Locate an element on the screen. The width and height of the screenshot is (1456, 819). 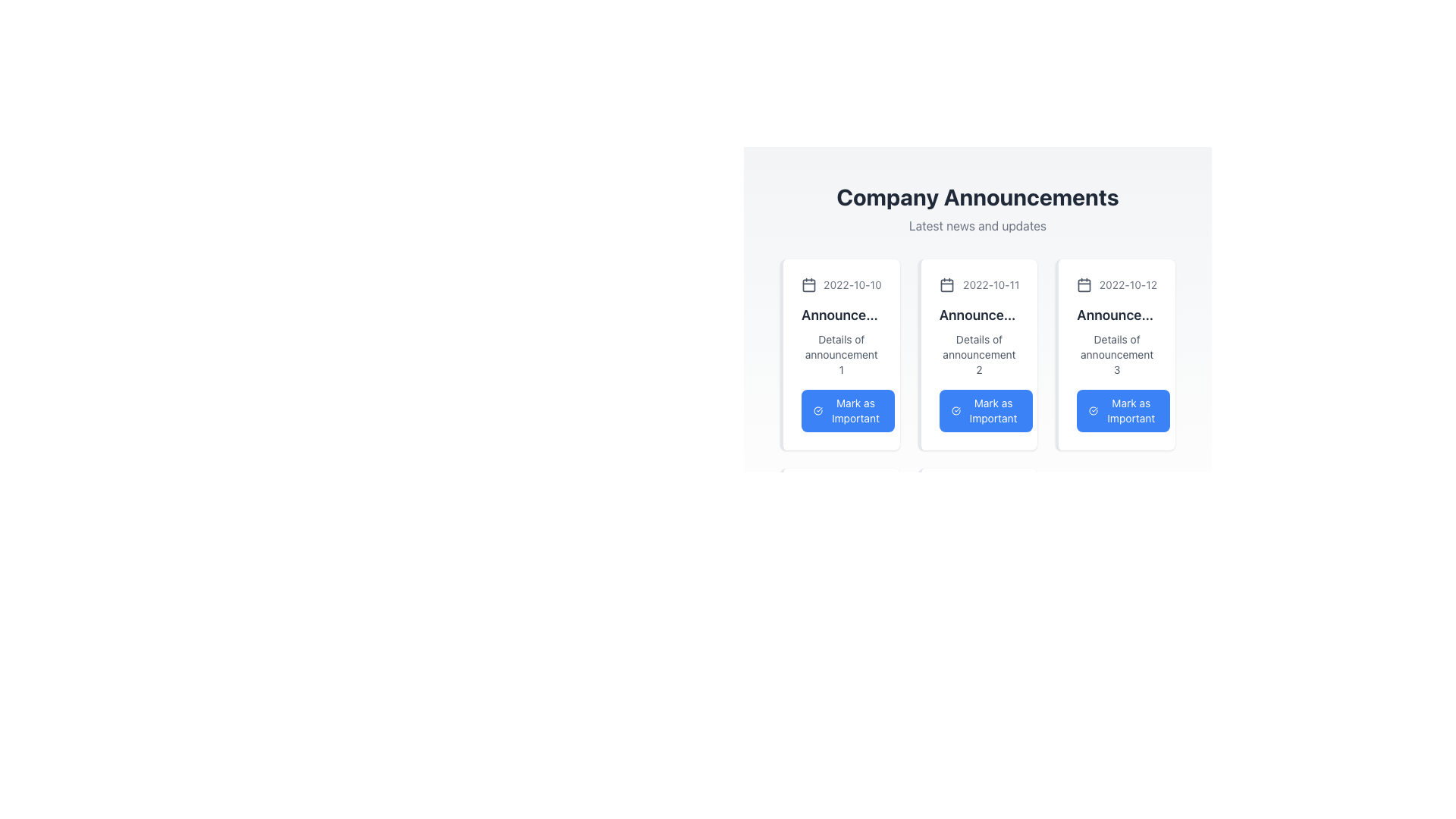
text label displaying 'Details of announcement 3', which is styled with a gray font and positioned below the heading text and above a button within the card layout for the announcement date '2022-10-12' is located at coordinates (1117, 354).